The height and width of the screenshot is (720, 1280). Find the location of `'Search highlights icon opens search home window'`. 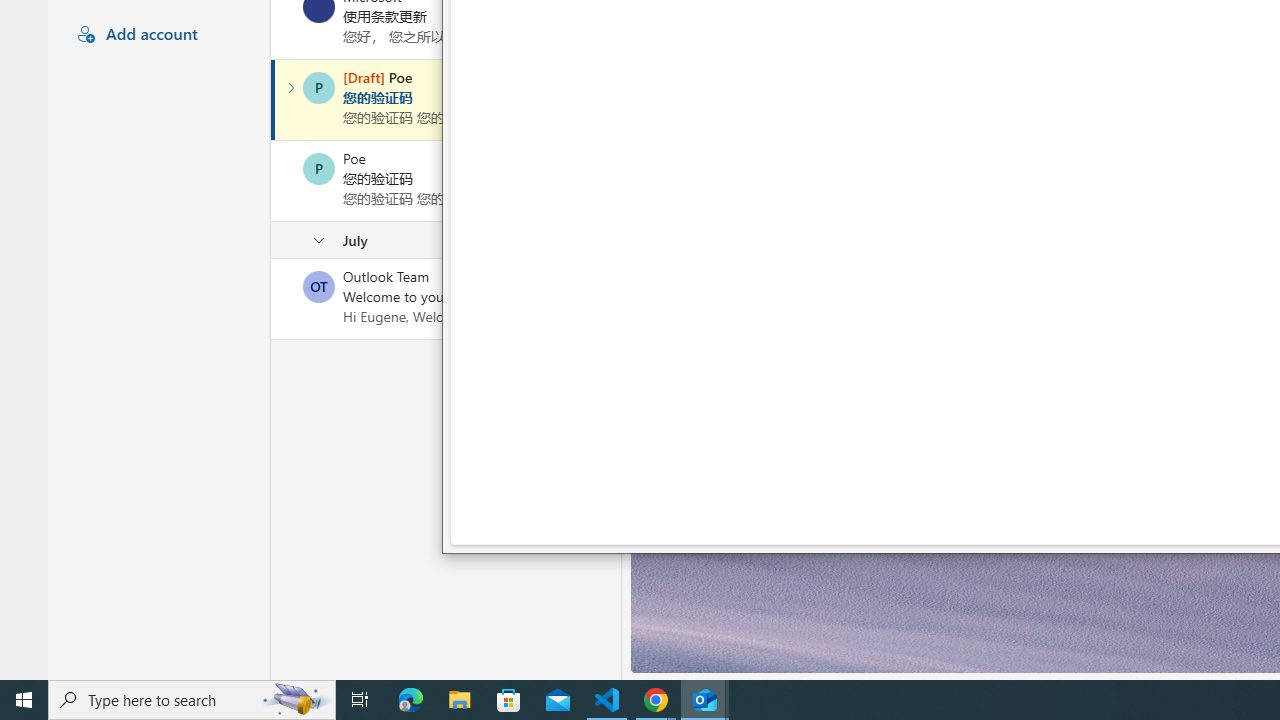

'Search highlights icon opens search home window' is located at coordinates (294, 698).